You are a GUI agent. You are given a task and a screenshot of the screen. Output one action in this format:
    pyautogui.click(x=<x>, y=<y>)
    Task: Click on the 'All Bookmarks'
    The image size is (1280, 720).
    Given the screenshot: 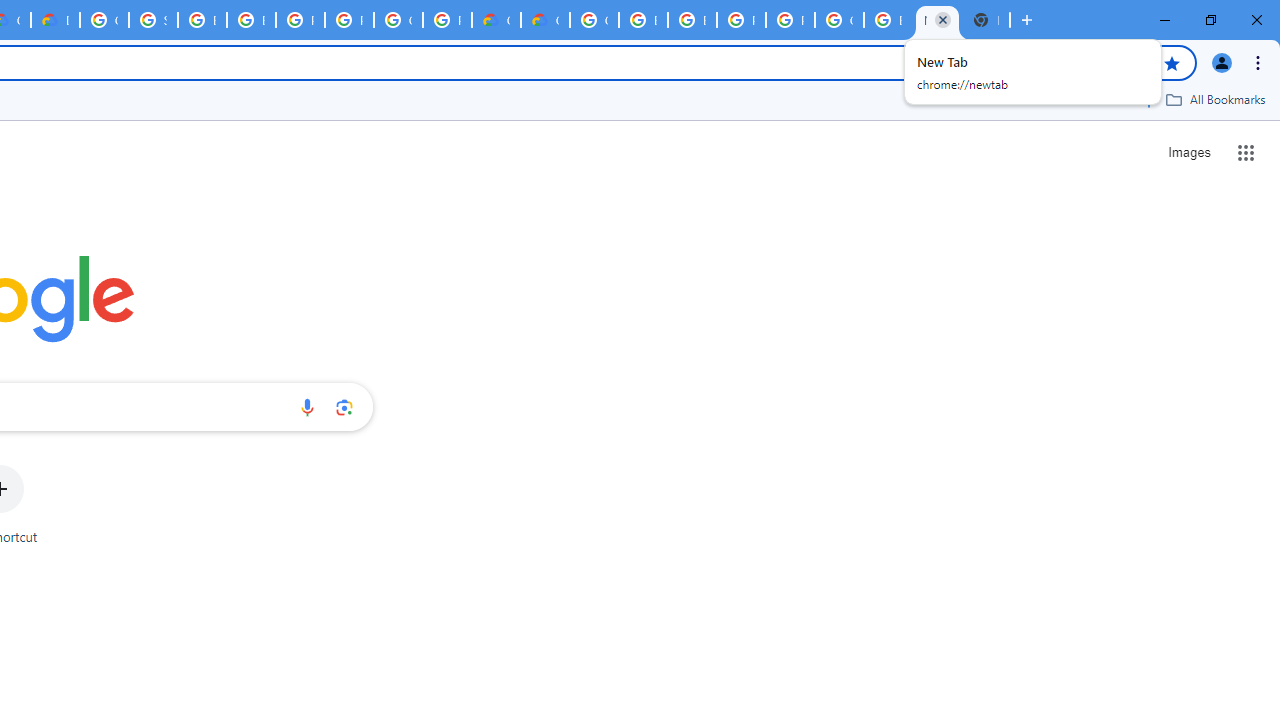 What is the action you would take?
    pyautogui.click(x=1214, y=99)
    